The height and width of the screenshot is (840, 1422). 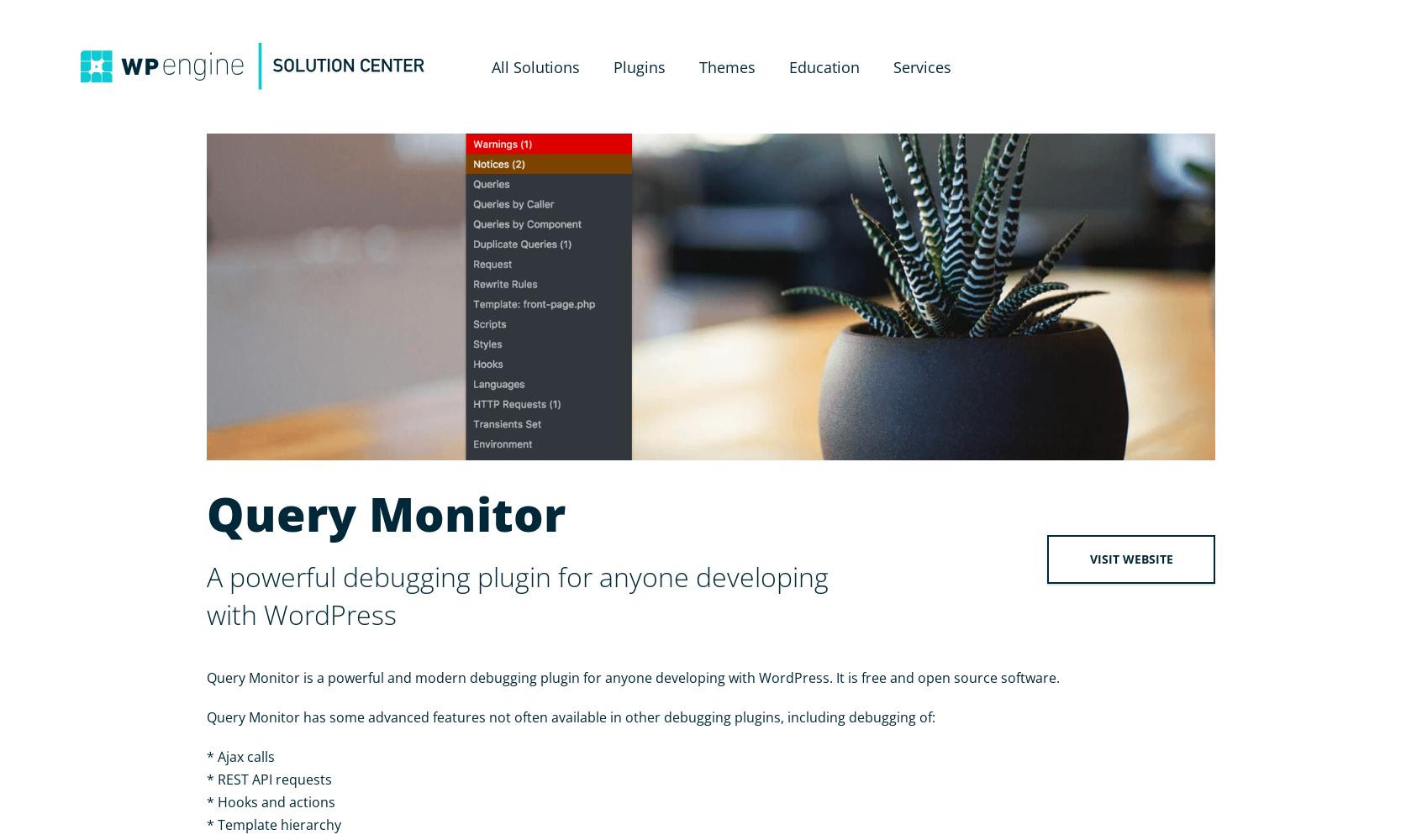 I want to click on 'Themes', so click(x=698, y=66).